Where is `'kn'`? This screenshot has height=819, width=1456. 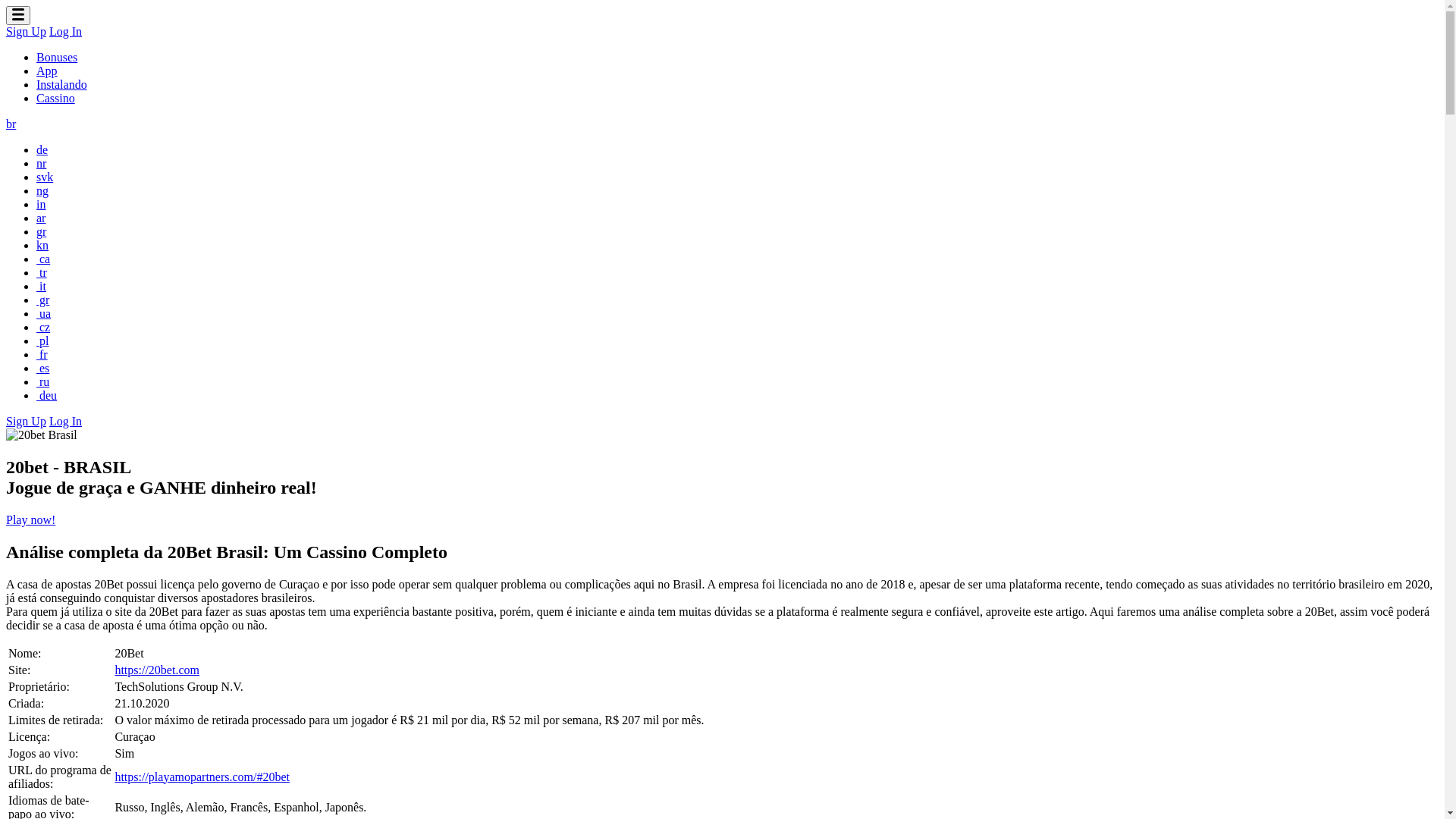 'kn' is located at coordinates (42, 244).